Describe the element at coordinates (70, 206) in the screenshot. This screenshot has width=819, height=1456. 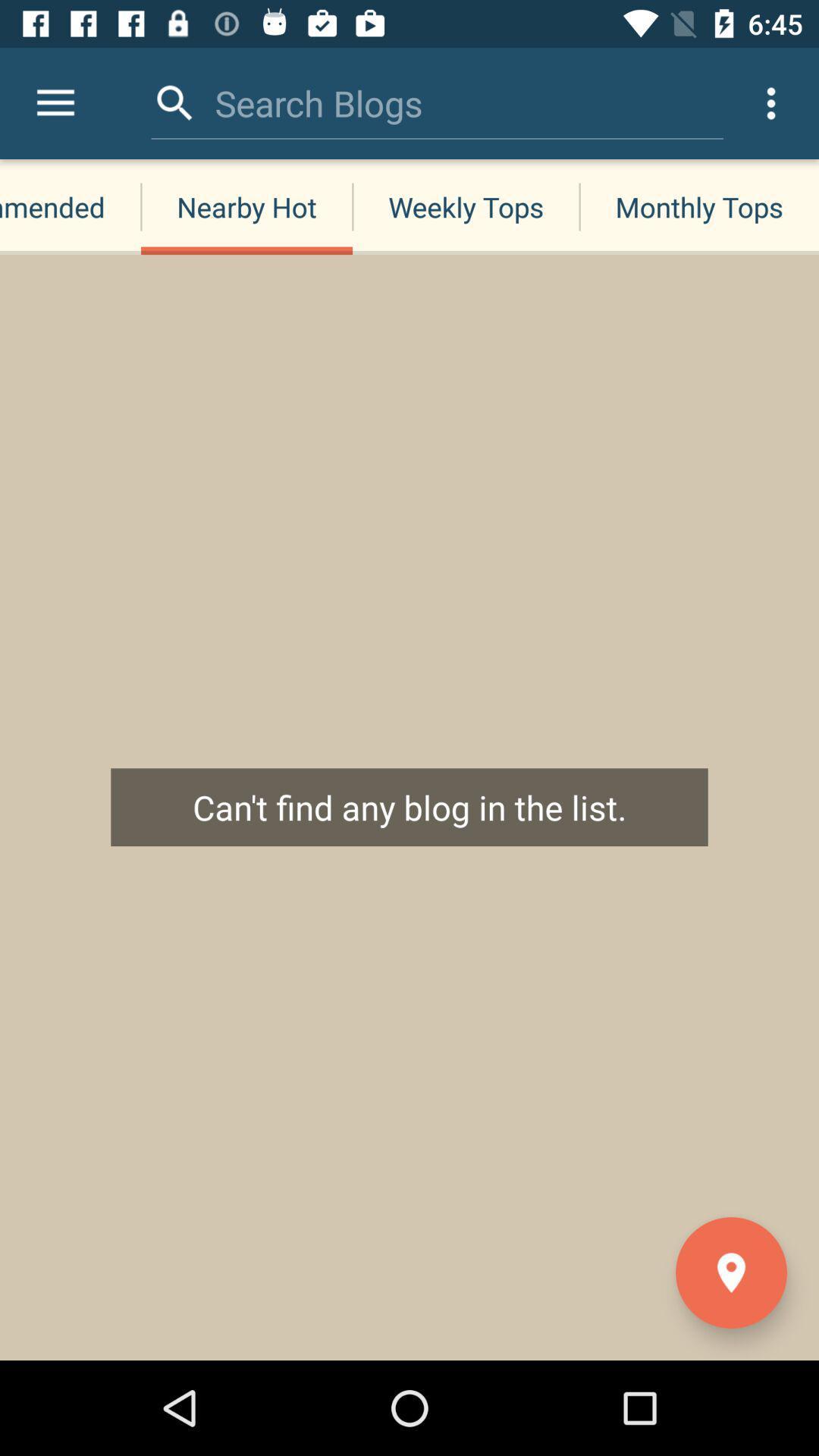
I see `icon next to the nearby hot icon` at that location.